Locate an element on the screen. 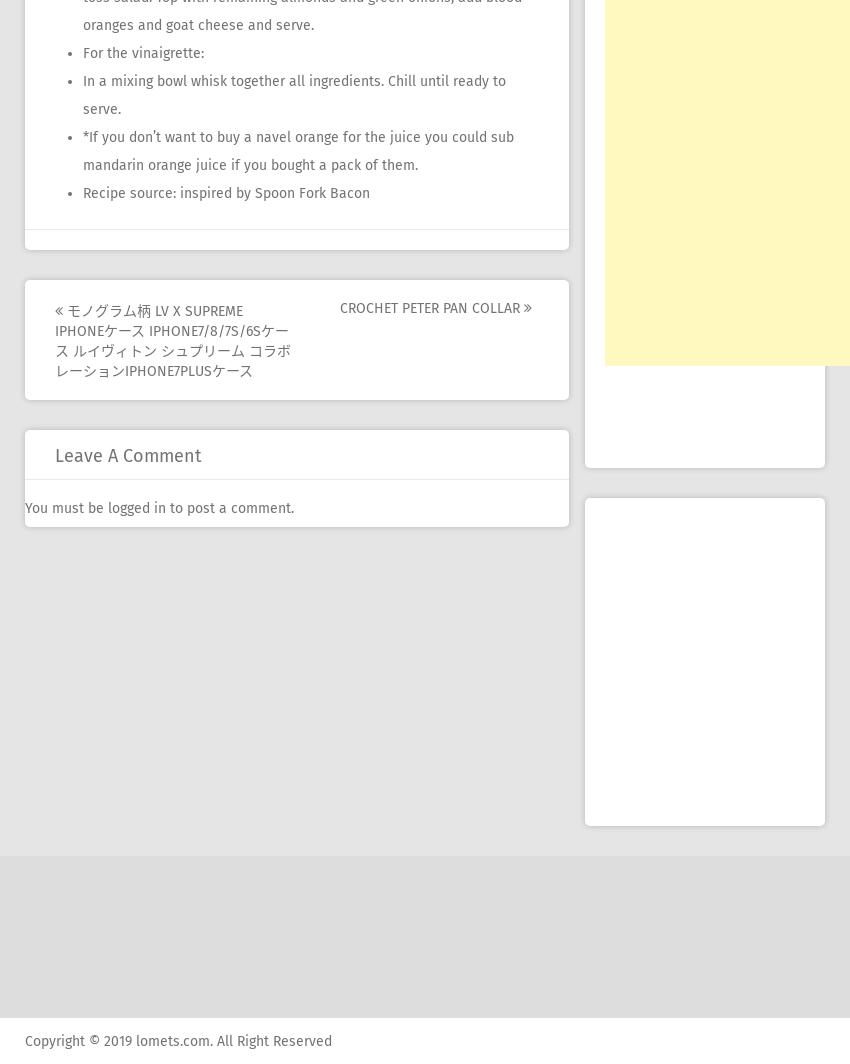  'to post a comment.' is located at coordinates (230, 508).